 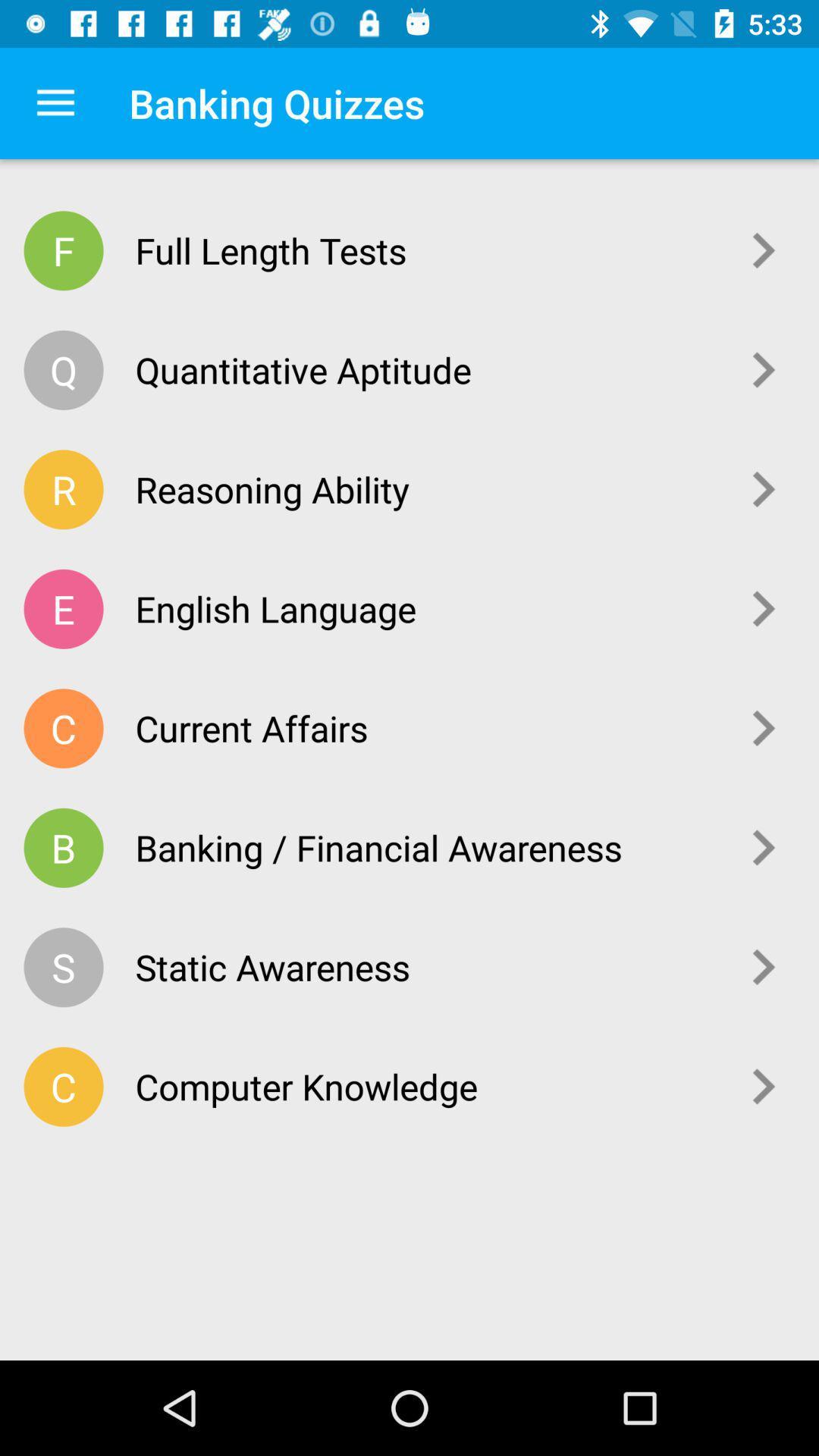 I want to click on the app to the left of the  banking quizzes  app, so click(x=55, y=102).